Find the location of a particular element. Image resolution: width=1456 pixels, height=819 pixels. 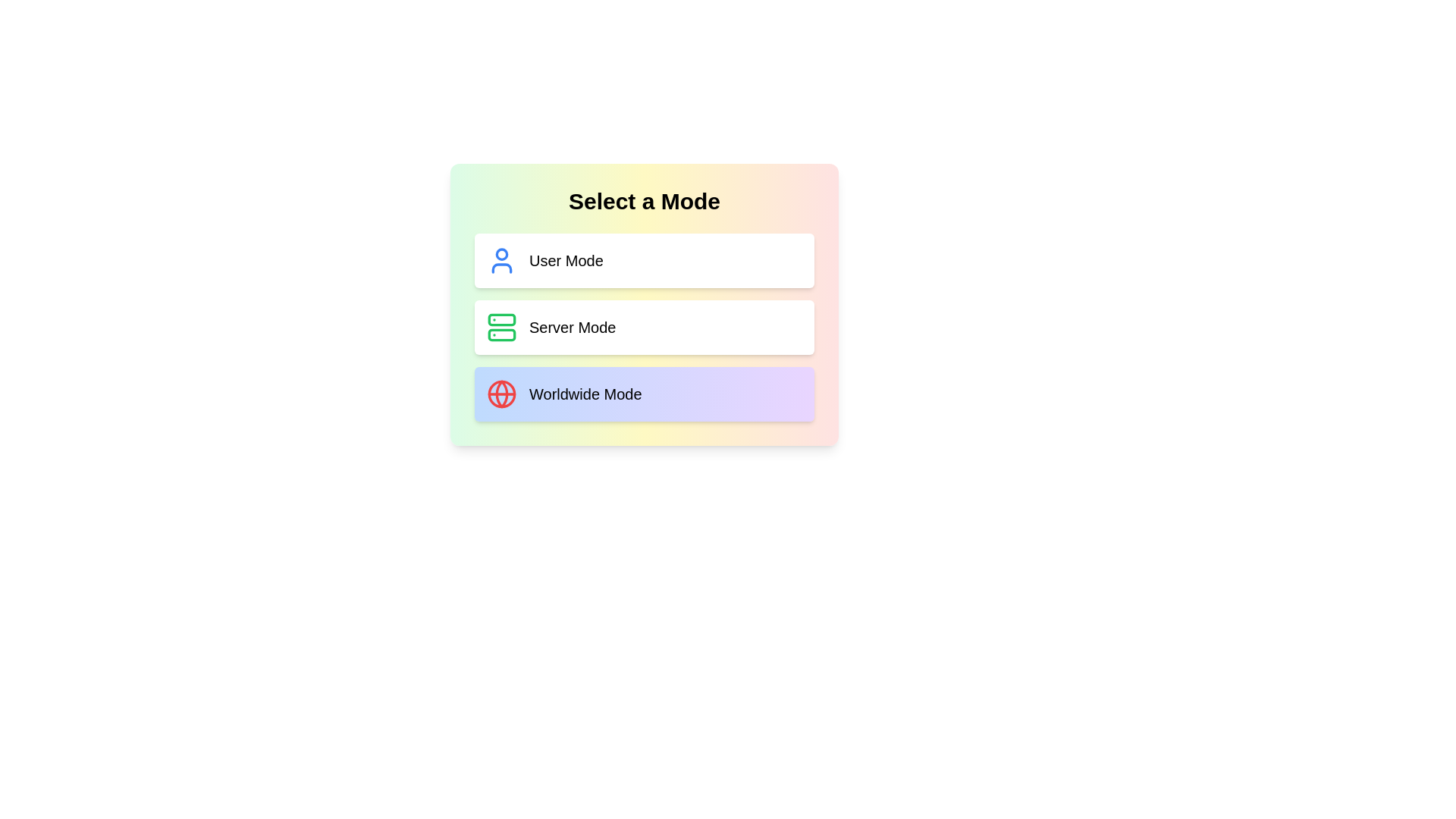

the 'Server Mode' button, which is the second button in the vertical list titled 'Select a Mode', located directly below the 'User Mode' button is located at coordinates (644, 327).